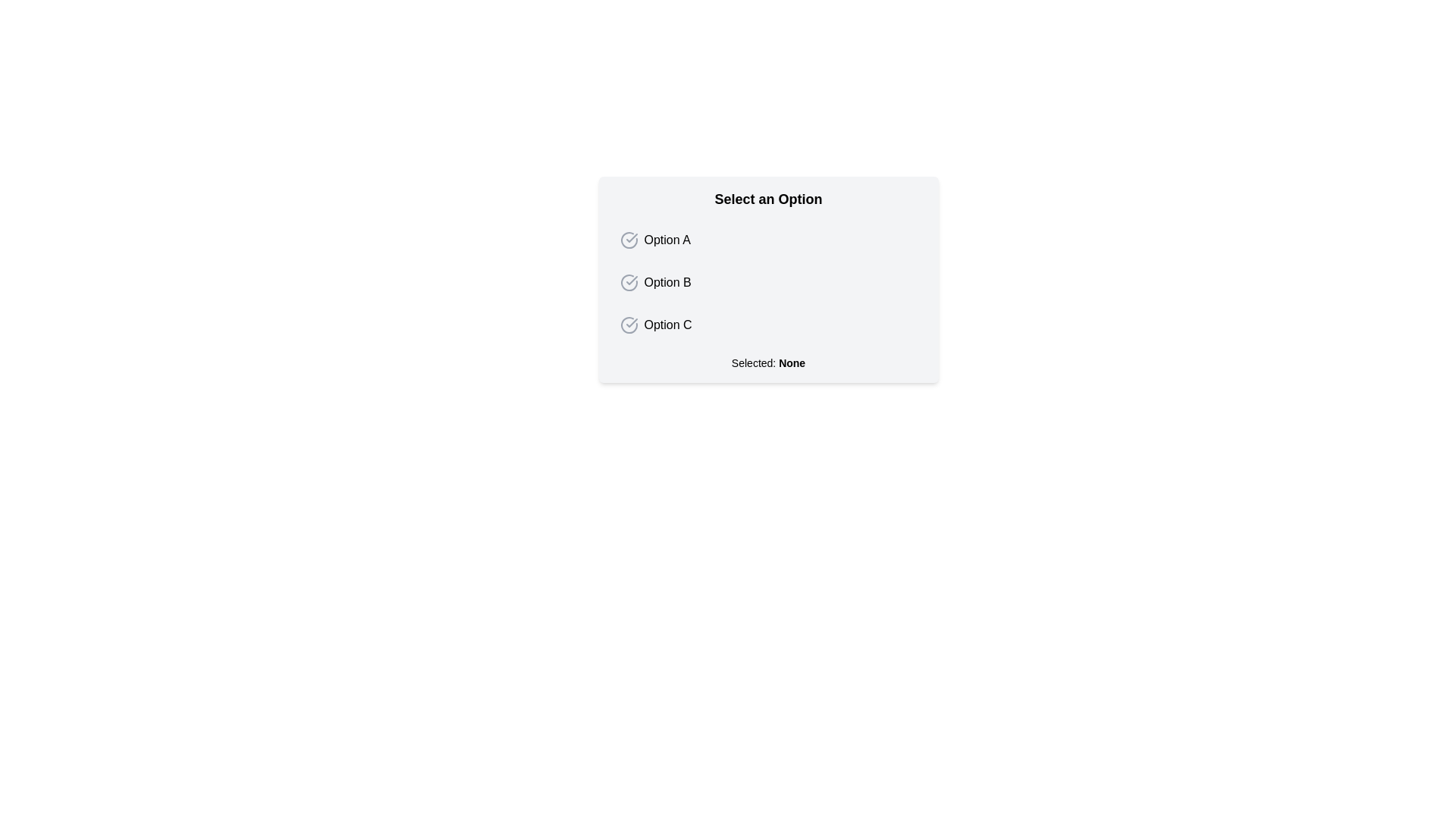 The height and width of the screenshot is (819, 1456). I want to click on text content of the element indicating the current selection status, which displays 'Selected: None' at the bottom of the selection panel, so click(791, 362).